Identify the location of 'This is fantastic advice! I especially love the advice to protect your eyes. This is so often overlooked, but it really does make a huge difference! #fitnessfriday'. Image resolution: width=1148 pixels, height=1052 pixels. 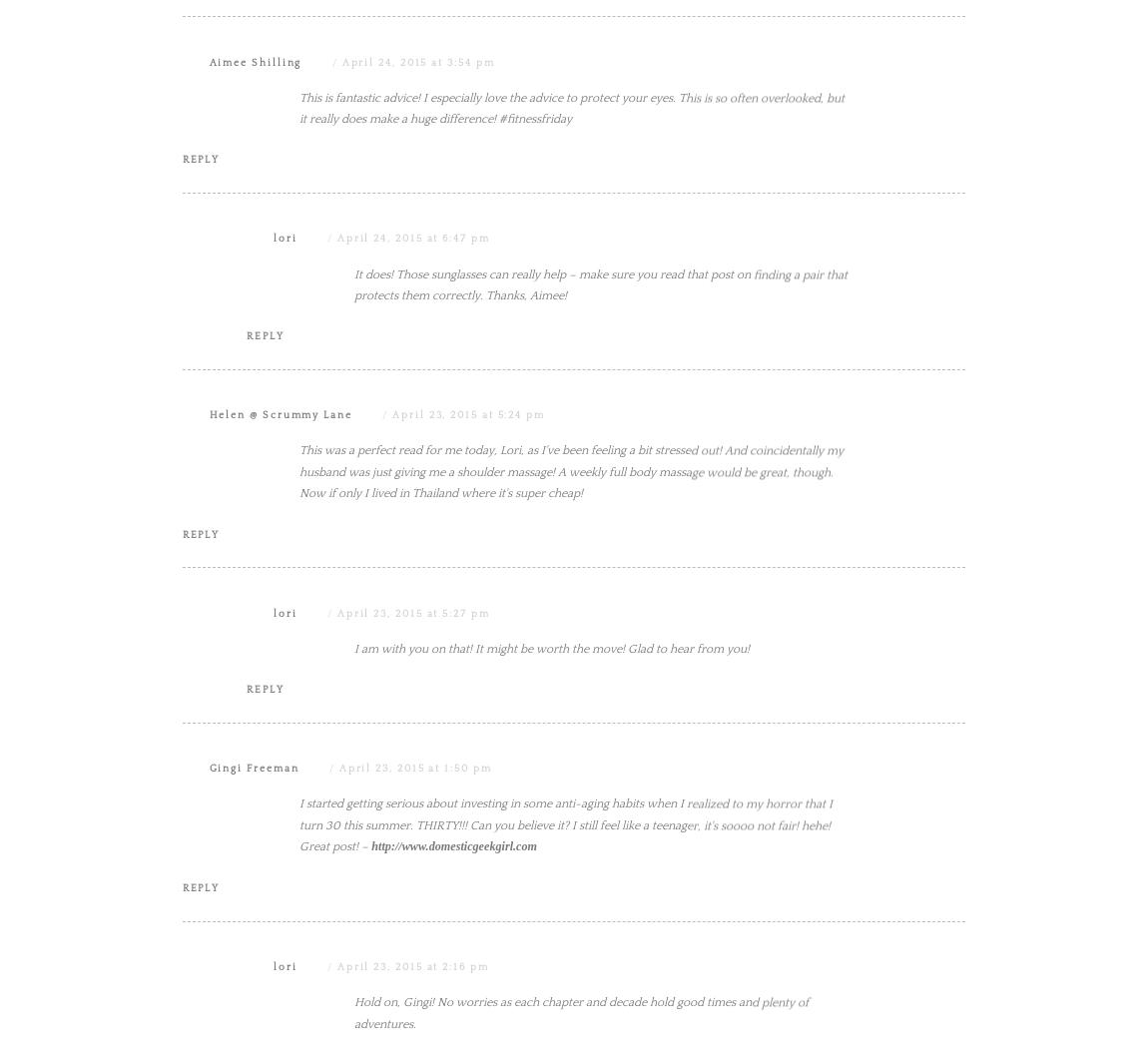
(572, 307).